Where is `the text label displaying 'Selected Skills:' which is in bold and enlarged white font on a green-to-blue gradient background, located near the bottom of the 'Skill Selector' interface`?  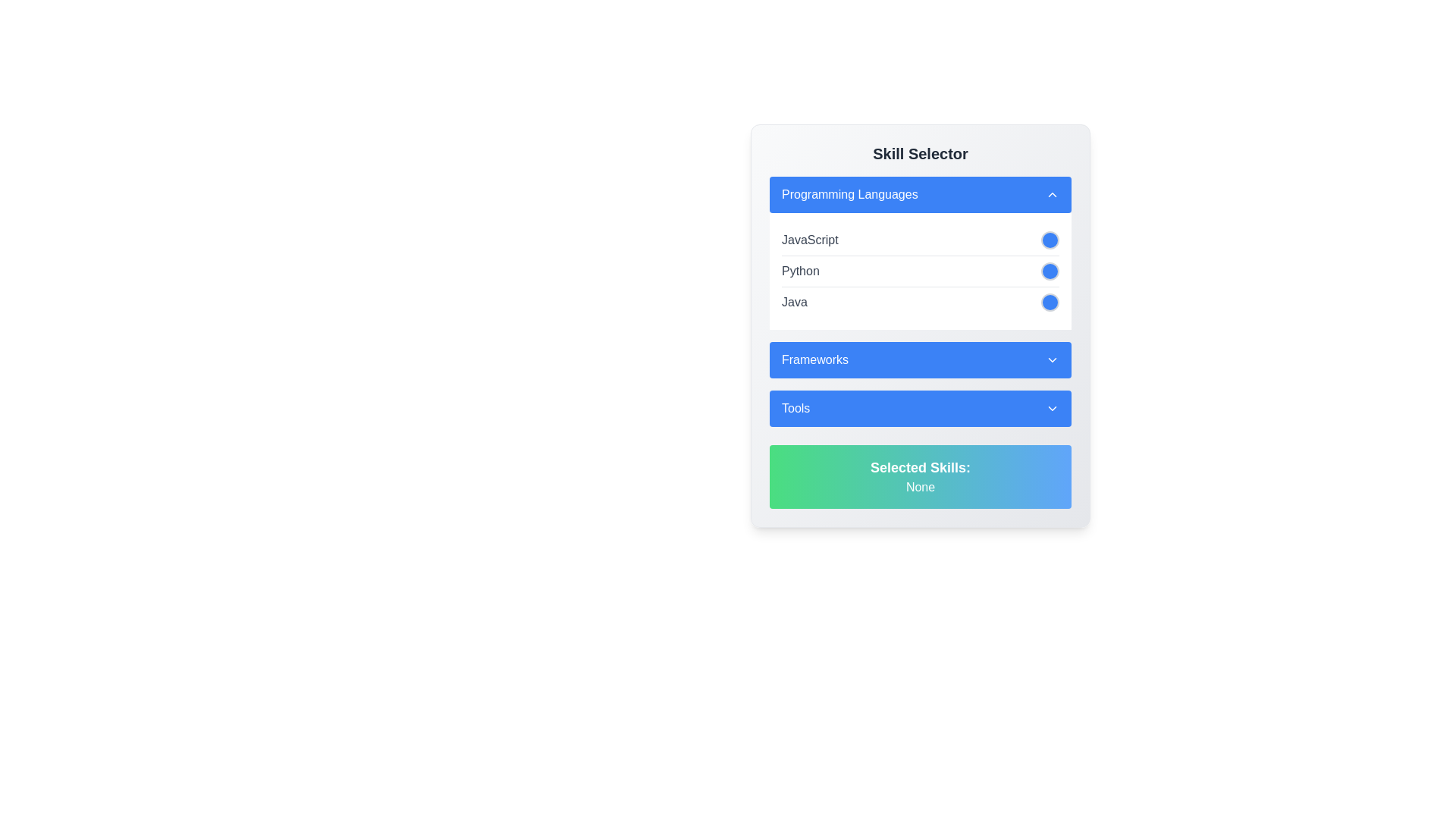
the text label displaying 'Selected Skills:' which is in bold and enlarged white font on a green-to-blue gradient background, located near the bottom of the 'Skill Selector' interface is located at coordinates (920, 467).